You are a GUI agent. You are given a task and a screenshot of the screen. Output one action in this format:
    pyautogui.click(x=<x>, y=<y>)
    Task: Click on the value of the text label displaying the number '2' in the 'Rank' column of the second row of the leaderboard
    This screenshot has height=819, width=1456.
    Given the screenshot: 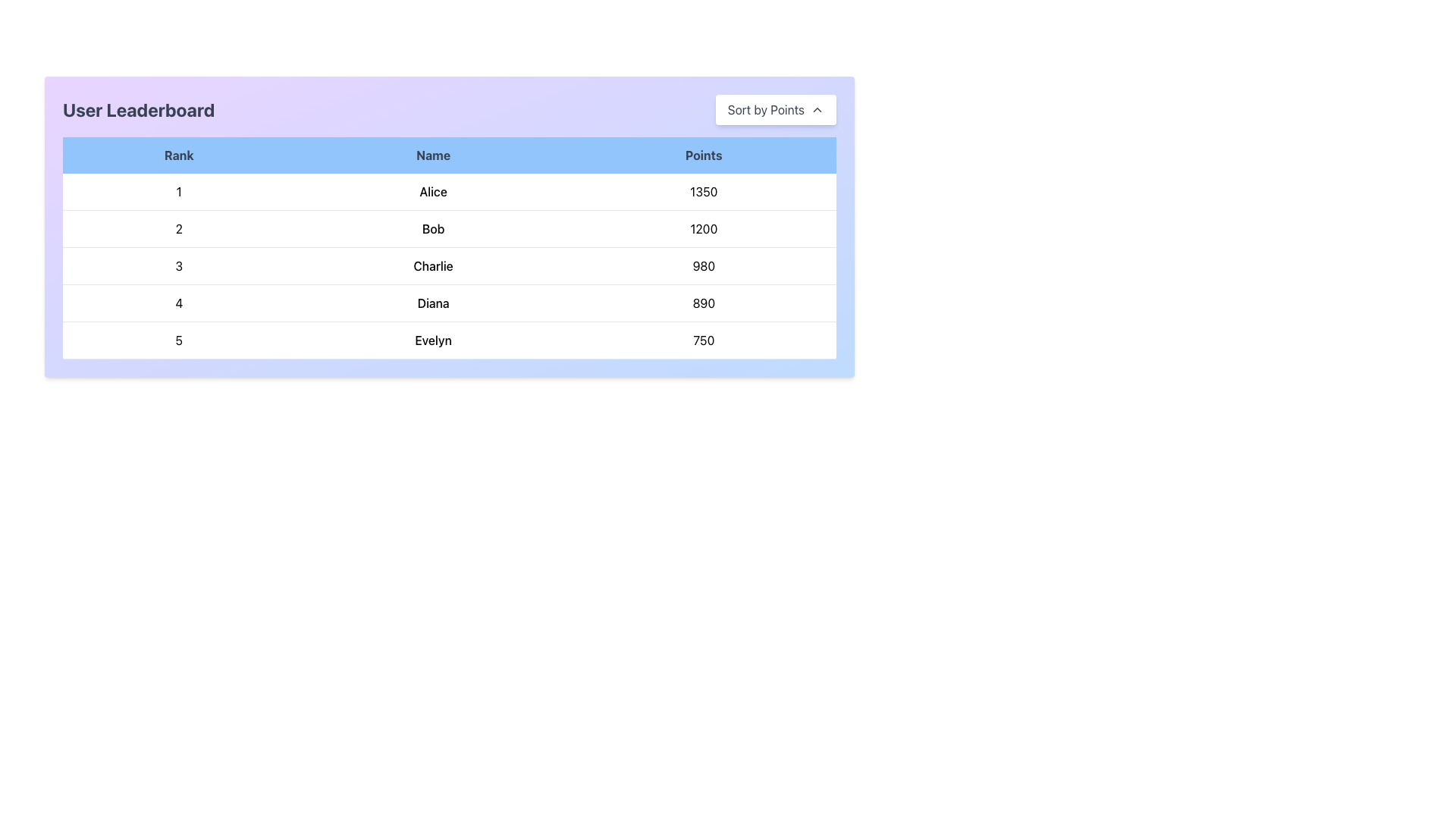 What is the action you would take?
    pyautogui.click(x=179, y=228)
    